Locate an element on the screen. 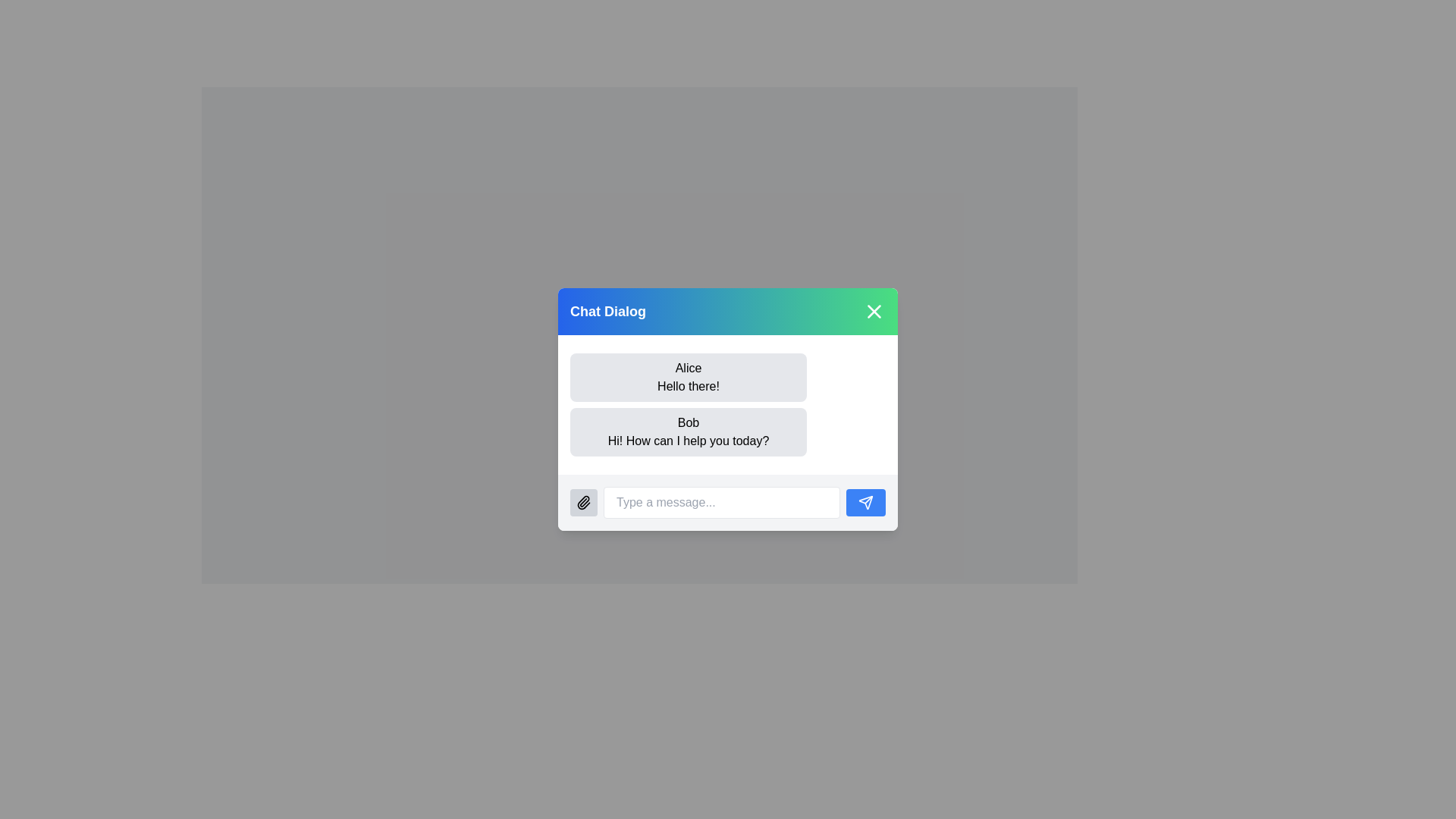 The image size is (1456, 819). the Text label displaying 'Hello there!' located in the chat interface below the name 'Alice' is located at coordinates (687, 385).